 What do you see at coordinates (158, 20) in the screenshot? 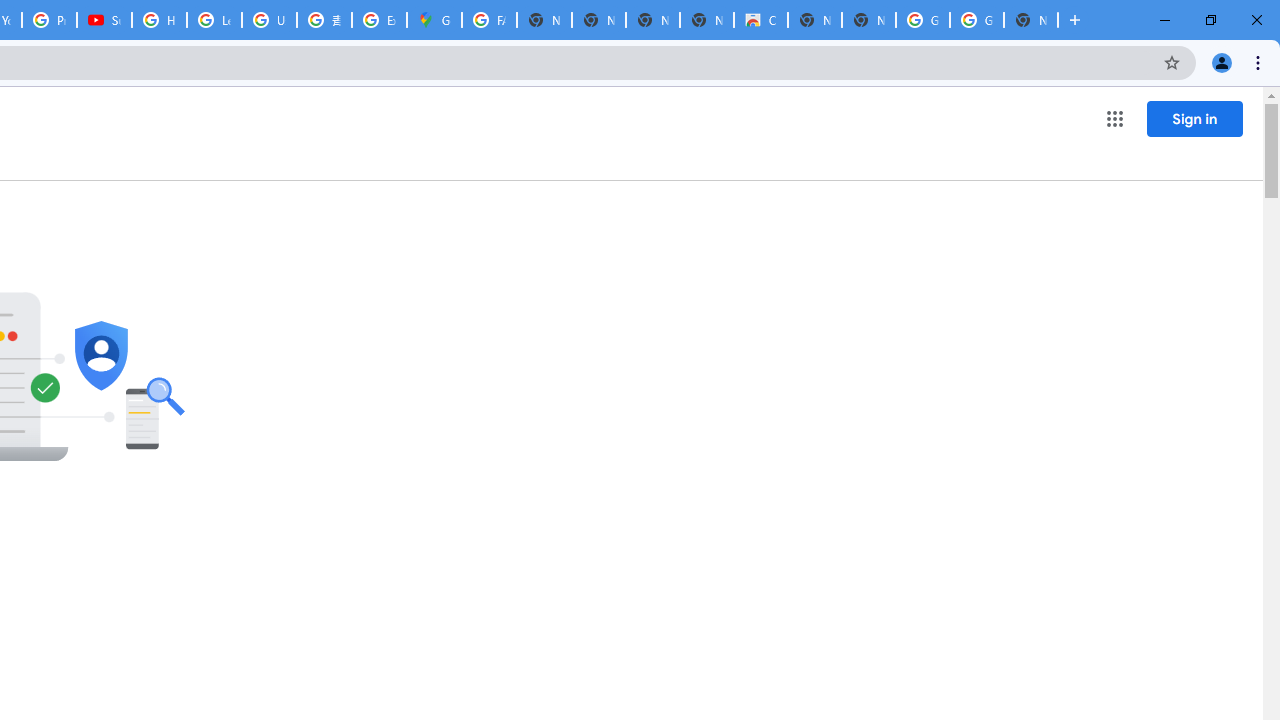
I see `'How Chrome protects your passwords - Google Chrome Help'` at bounding box center [158, 20].